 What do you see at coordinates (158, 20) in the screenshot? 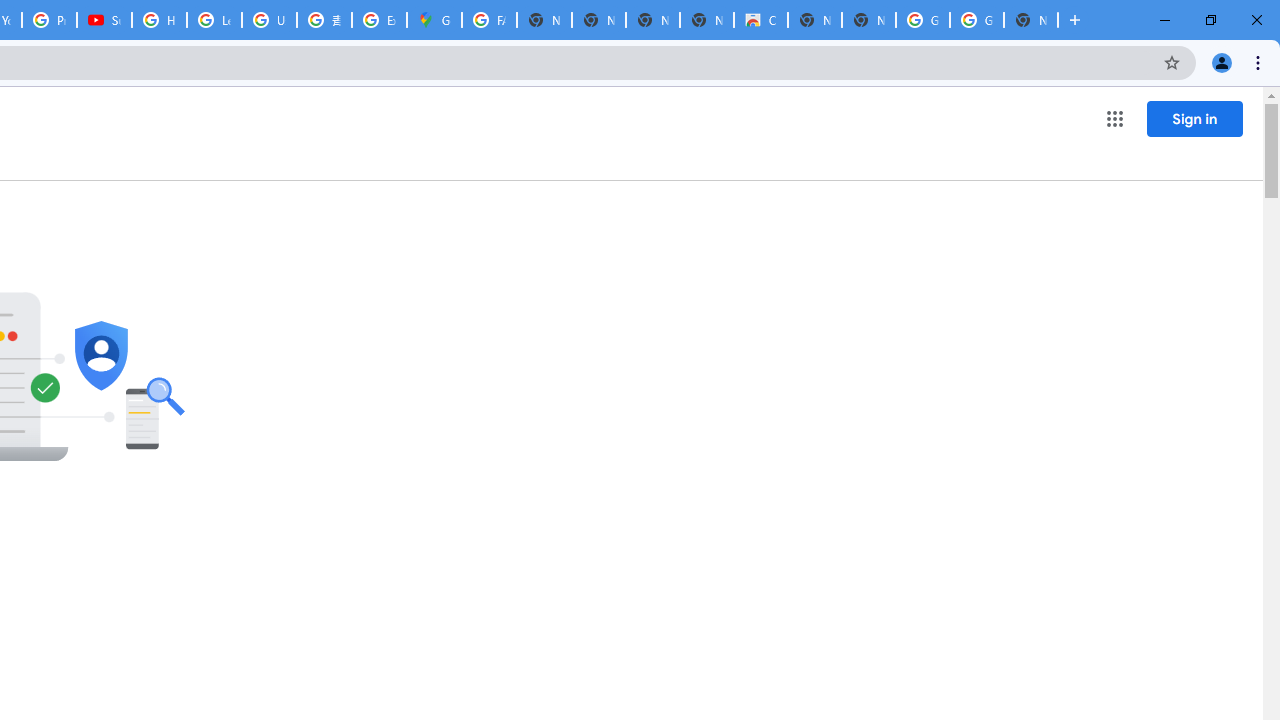
I see `'How Chrome protects your passwords - Google Chrome Help'` at bounding box center [158, 20].